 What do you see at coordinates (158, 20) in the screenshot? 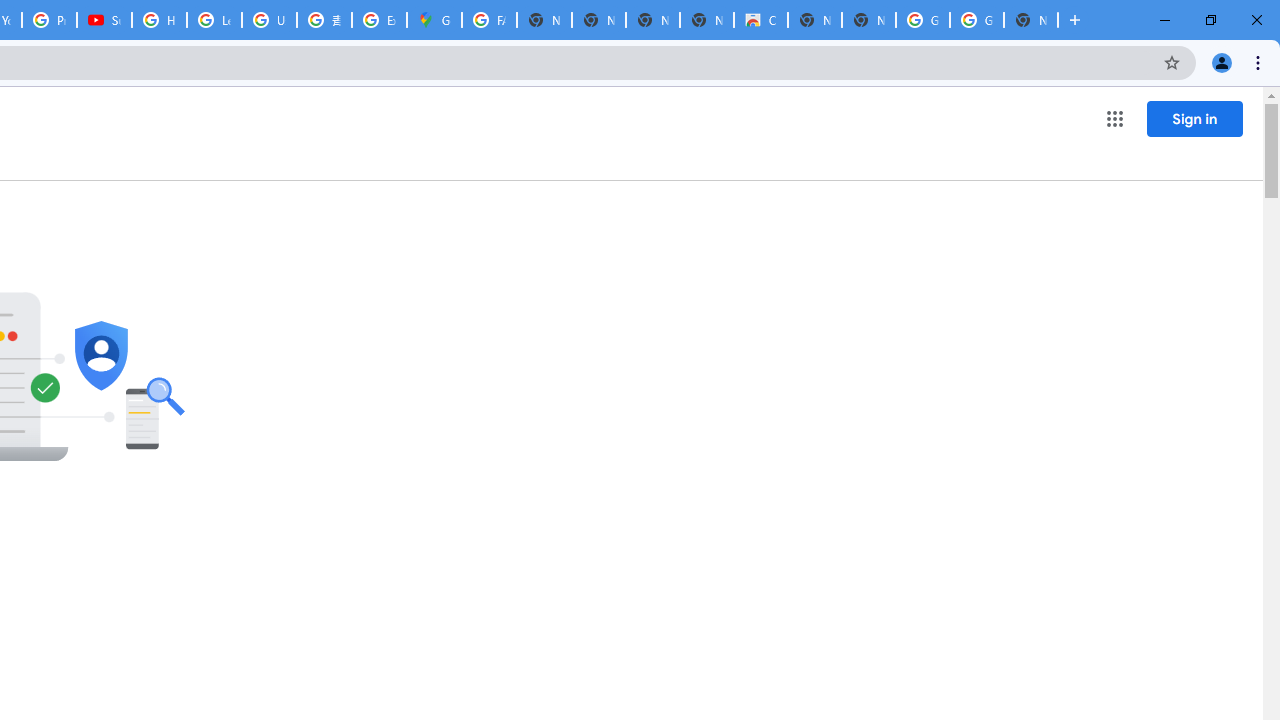
I see `'How Chrome protects your passwords - Google Chrome Help'` at bounding box center [158, 20].